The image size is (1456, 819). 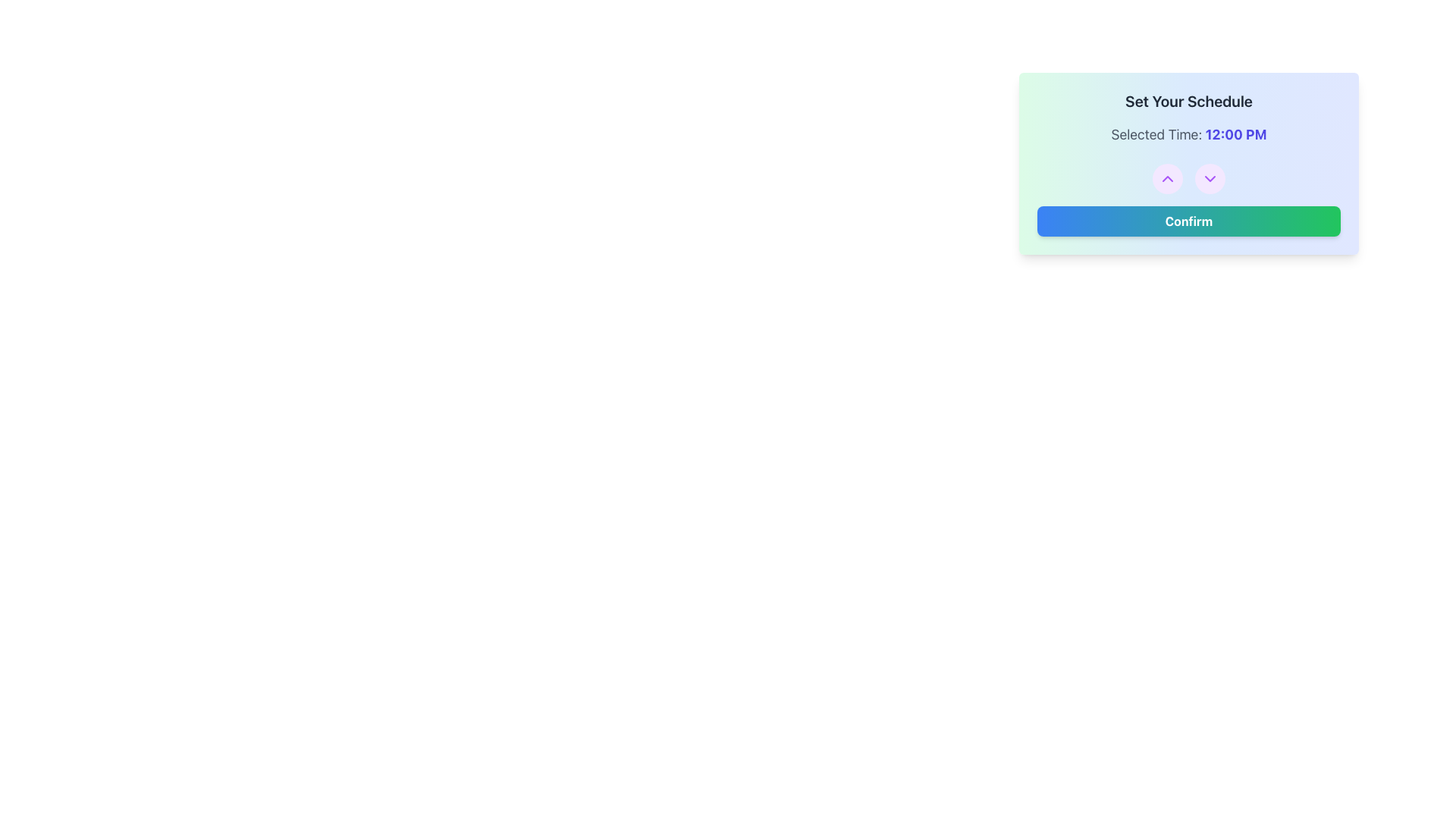 I want to click on the circular button with a light purple background containing an upward-facing chevron icon, located to the left of a downward-facing chevron button in a horizontal group beneath the selected time label, so click(x=1167, y=177).